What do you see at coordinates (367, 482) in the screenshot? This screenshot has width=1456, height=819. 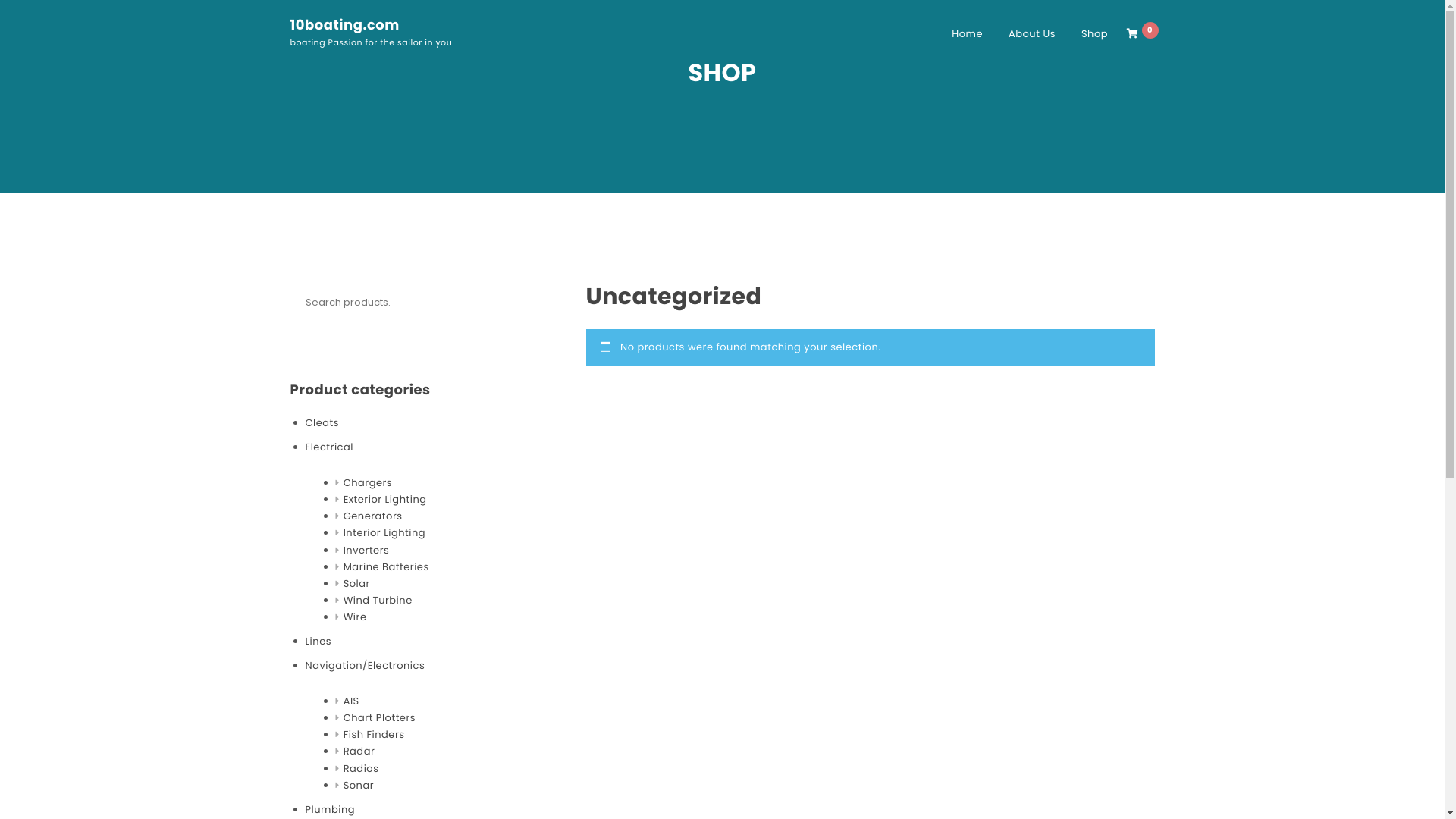 I see `'Chargers'` at bounding box center [367, 482].